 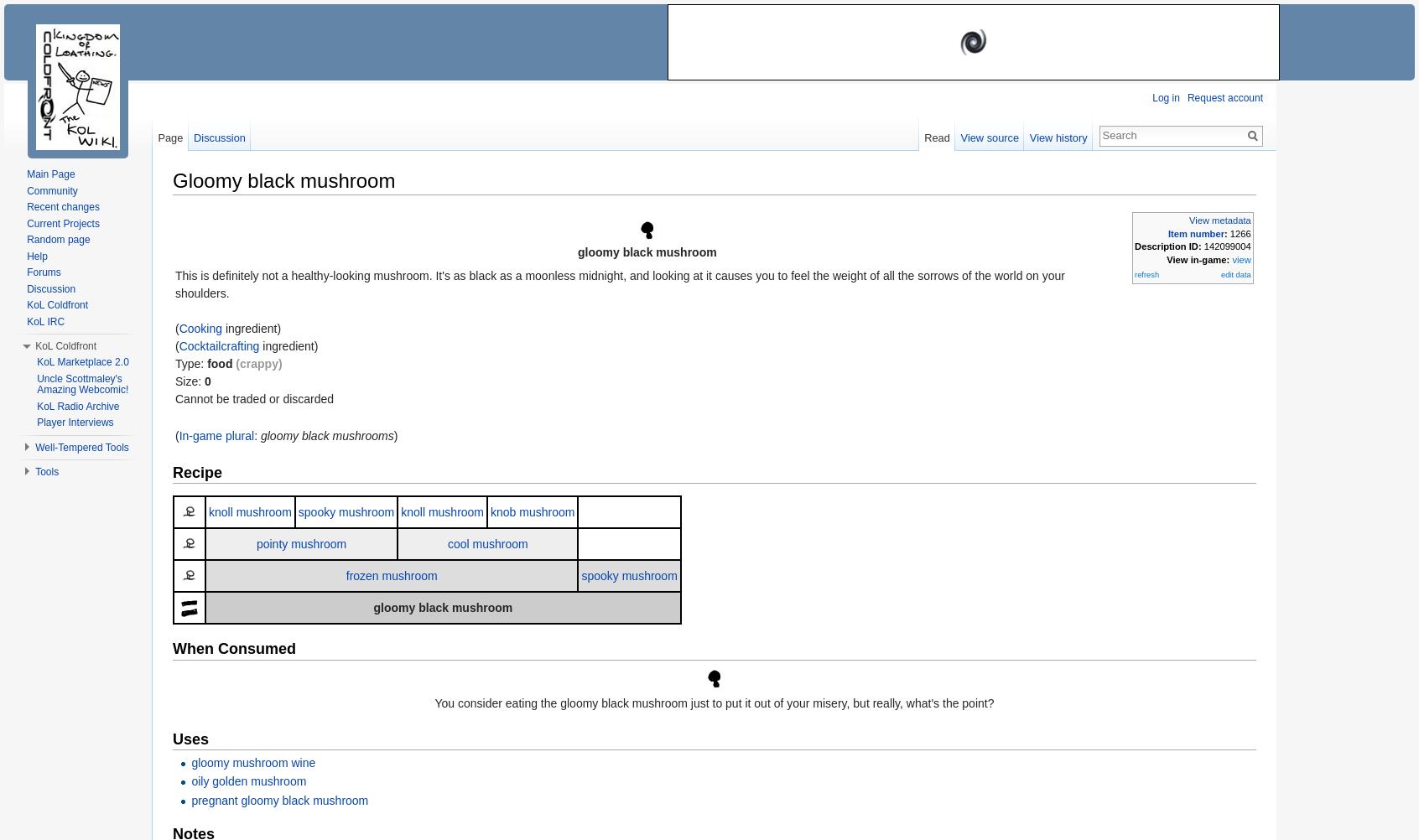 What do you see at coordinates (278, 799) in the screenshot?
I see `'pregnant gloomy black mushroom'` at bounding box center [278, 799].